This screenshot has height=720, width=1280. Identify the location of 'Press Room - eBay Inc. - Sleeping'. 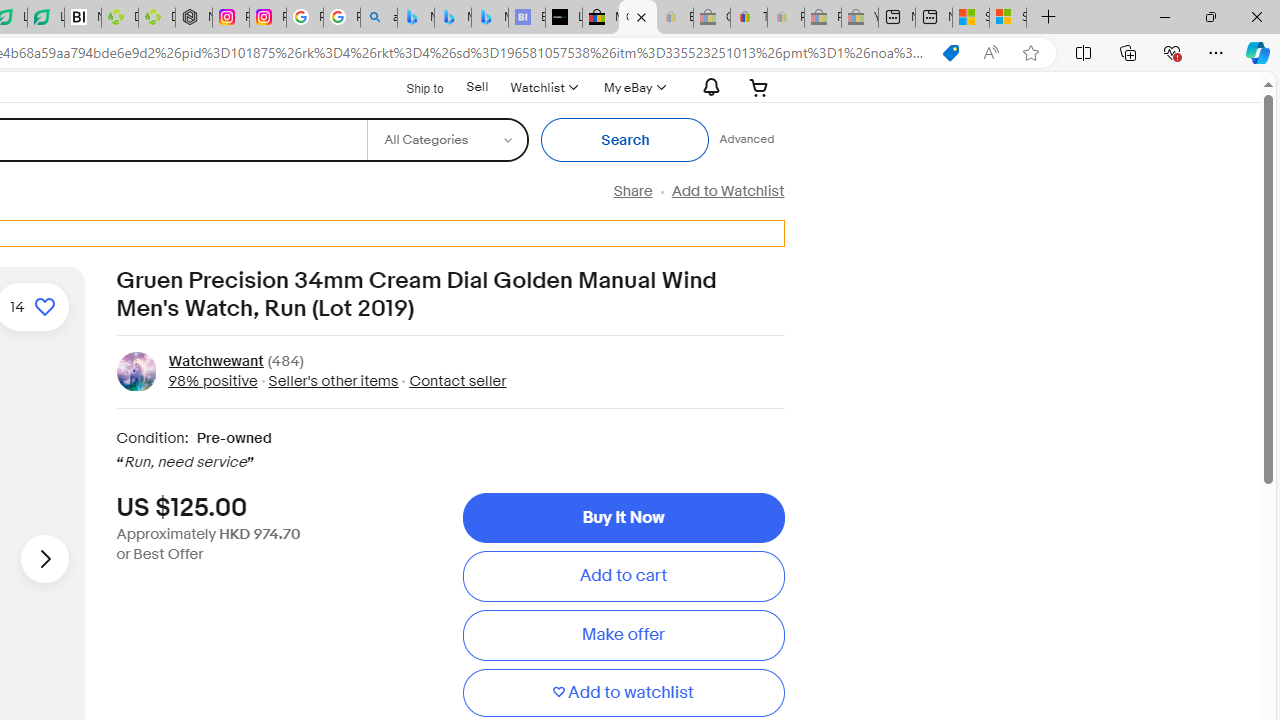
(823, 17).